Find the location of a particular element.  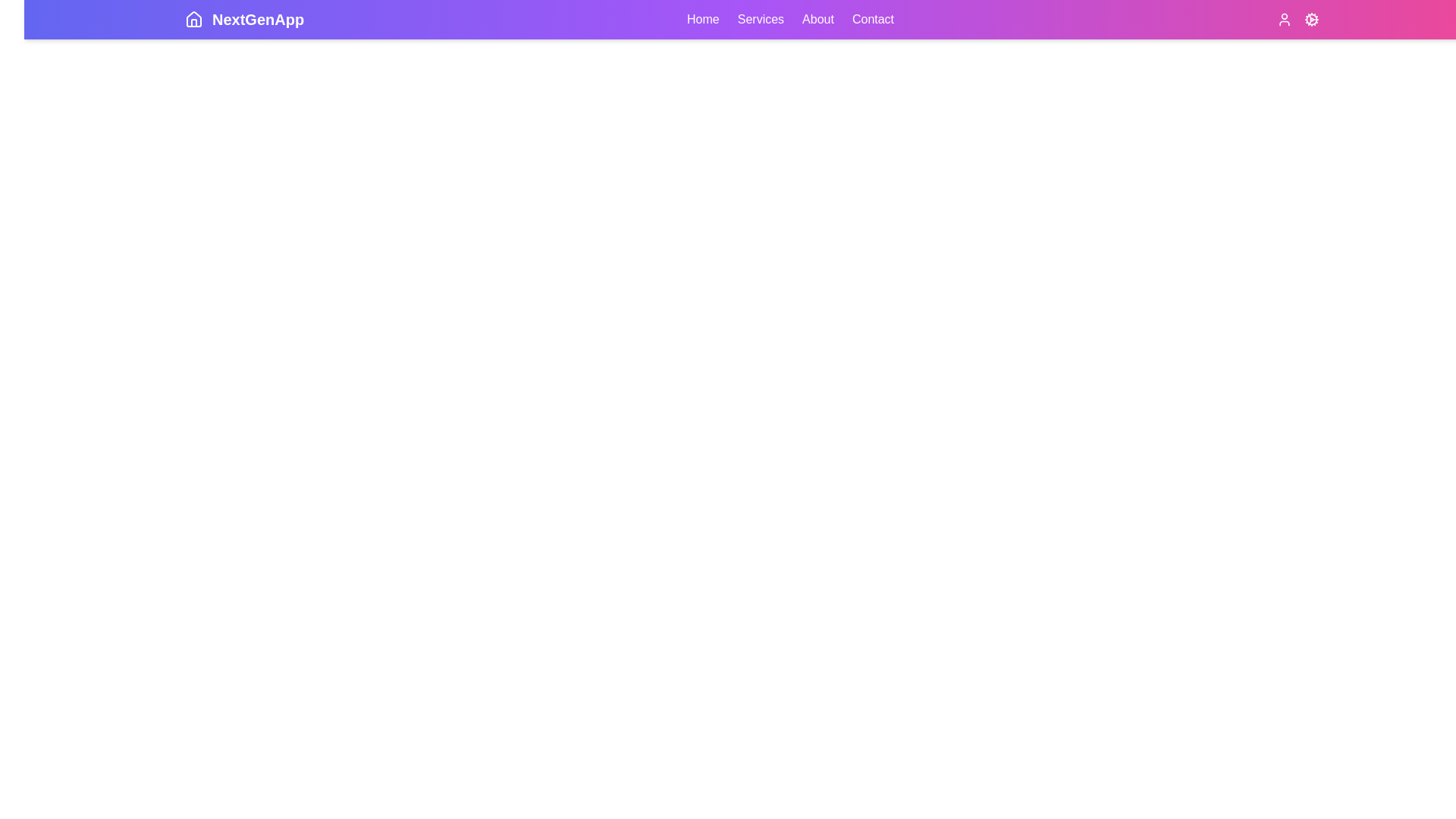

the Contact navigation link is located at coordinates (873, 20).